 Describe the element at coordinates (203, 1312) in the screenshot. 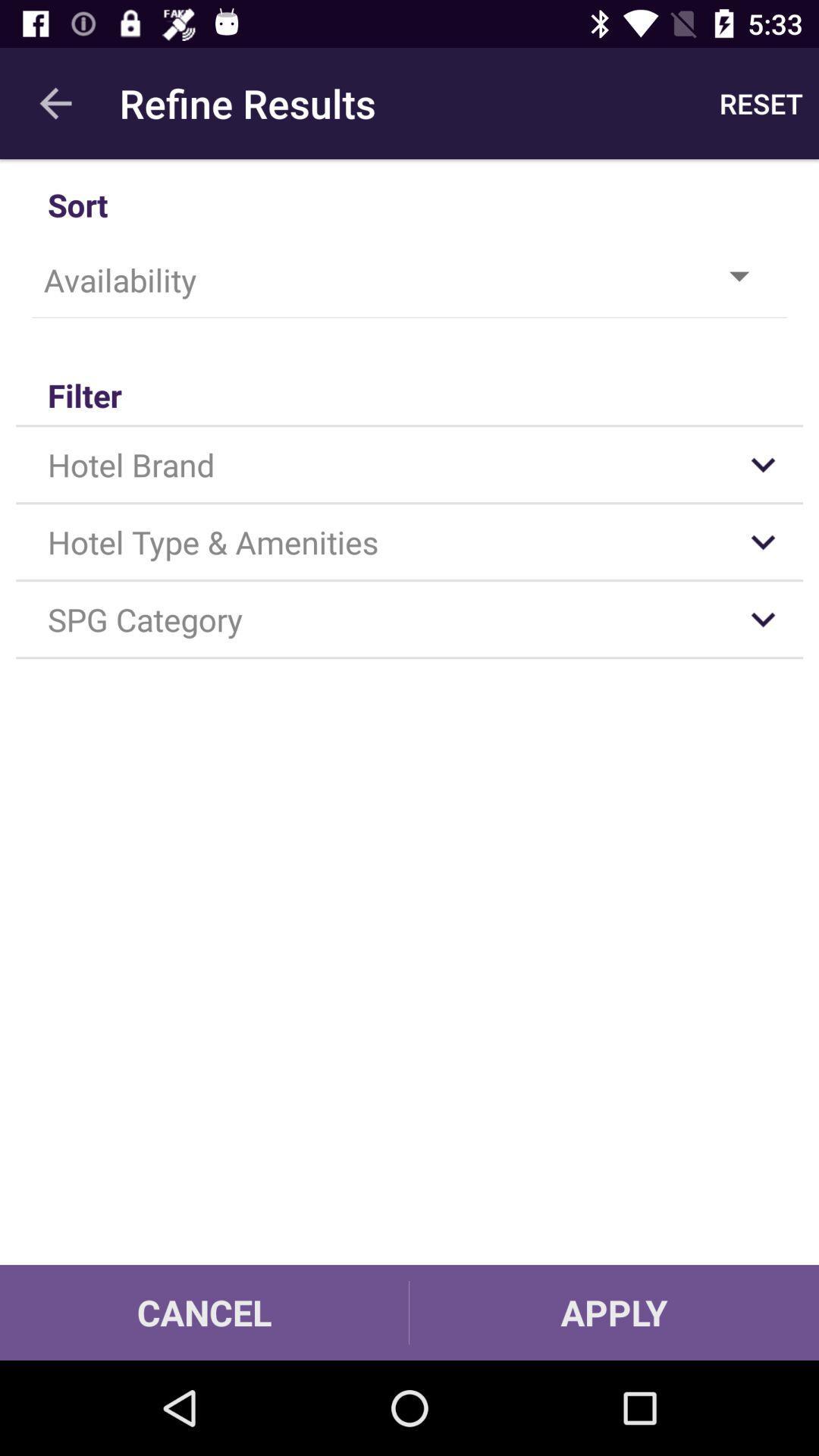

I see `the item below the spg category item` at that location.